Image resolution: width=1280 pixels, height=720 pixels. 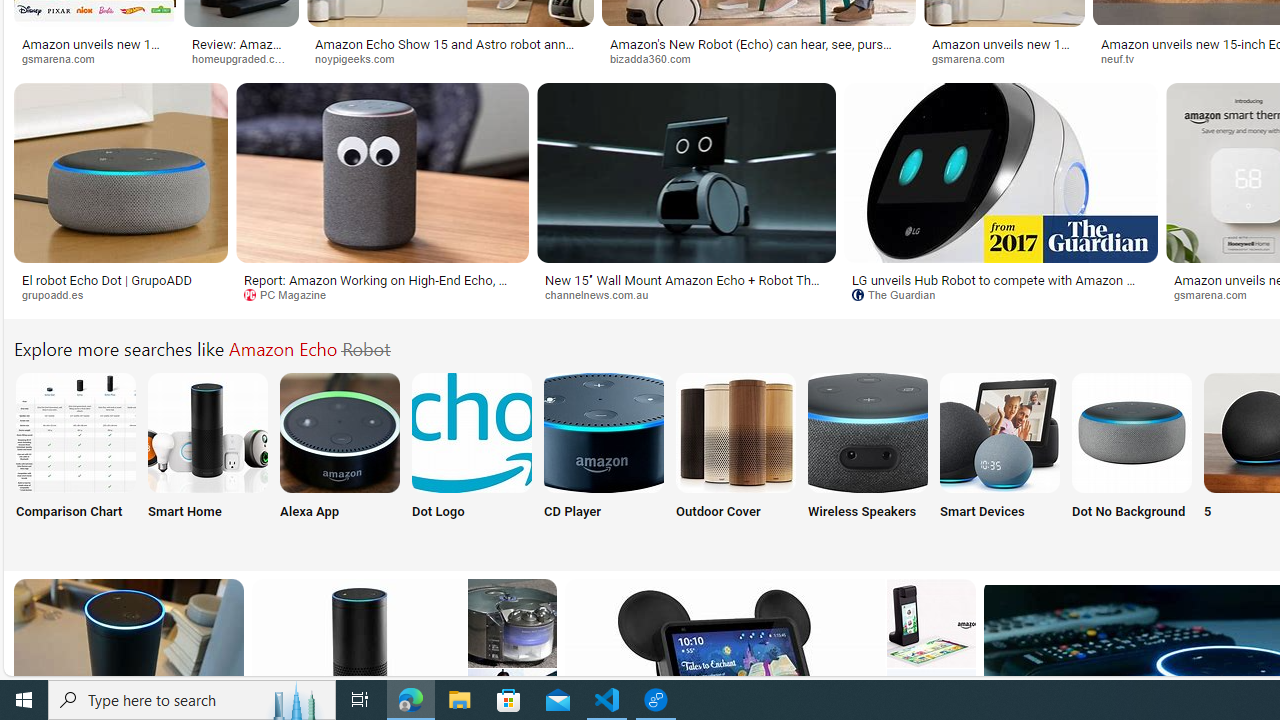 What do you see at coordinates (867, 431) in the screenshot?
I see `'Amazon Echo Wireless Speakers'` at bounding box center [867, 431].